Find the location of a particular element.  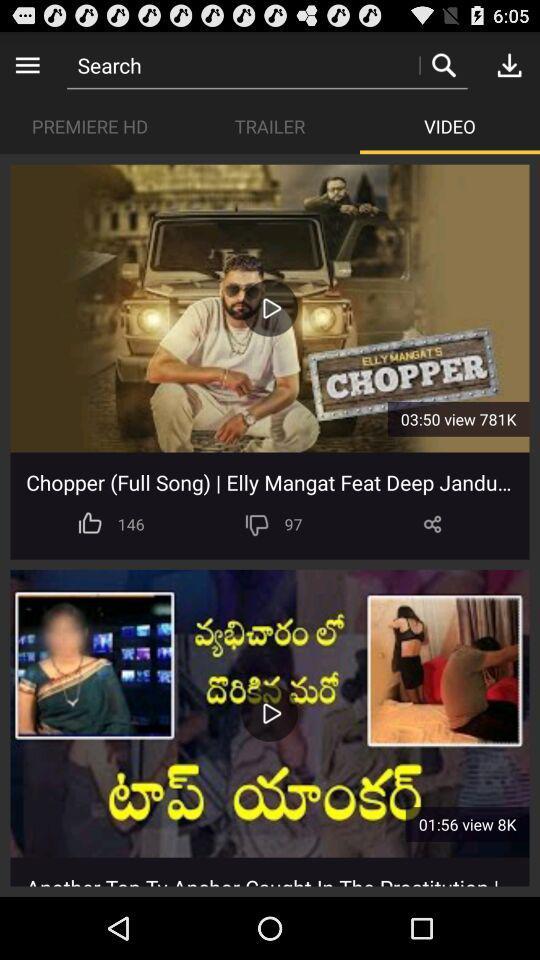

previous is located at coordinates (26, 64).